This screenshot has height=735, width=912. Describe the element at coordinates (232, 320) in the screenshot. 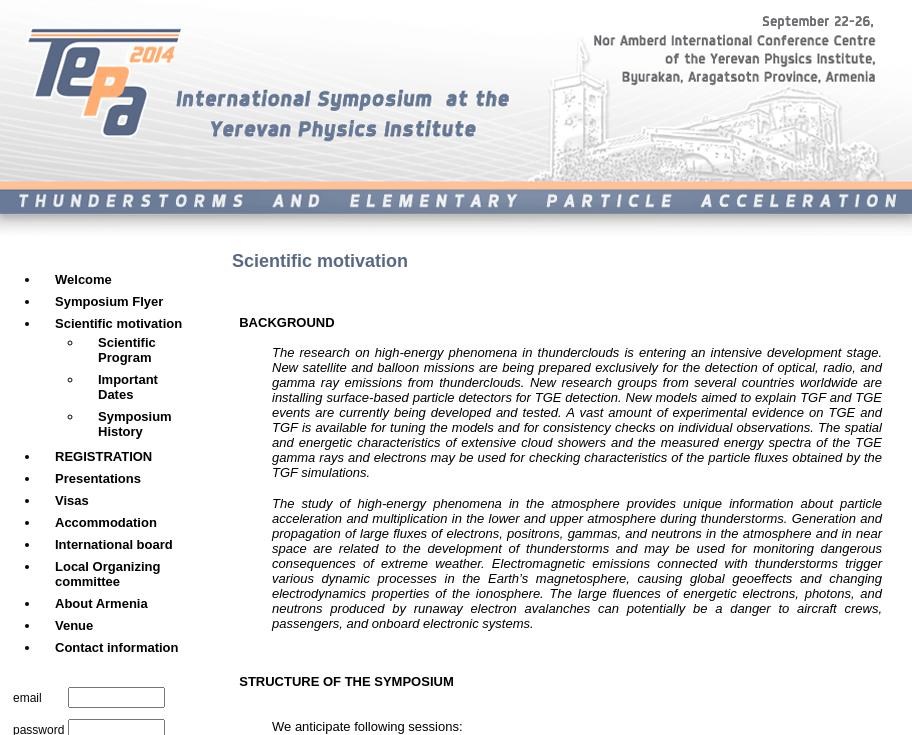

I see `'BACKGROUND'` at that location.